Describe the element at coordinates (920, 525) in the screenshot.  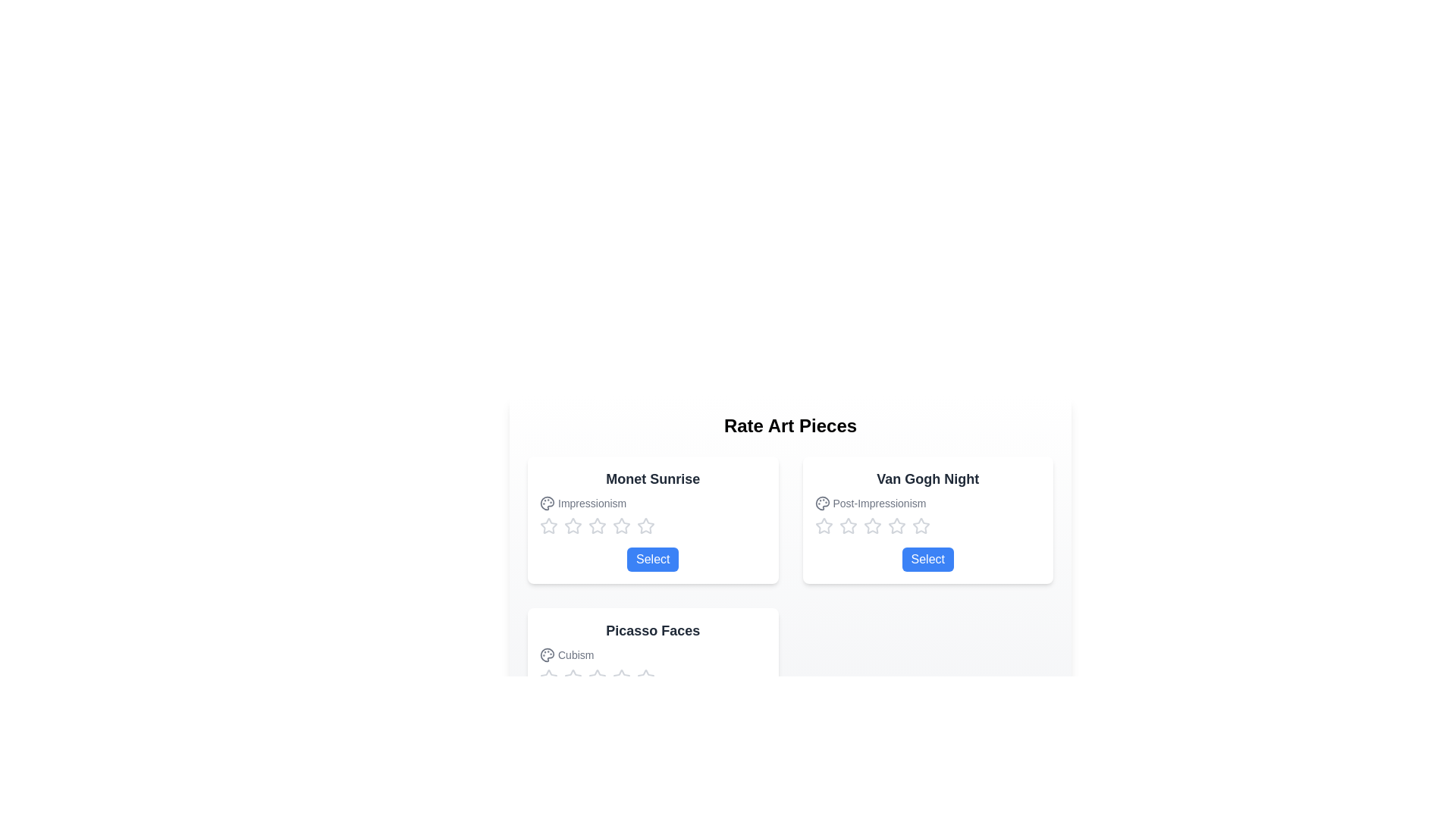
I see `the fourth star-shaped rating icon outlined in gray within the 'Van Gogh Night' card labeled 'Post-Impressionism'` at that location.